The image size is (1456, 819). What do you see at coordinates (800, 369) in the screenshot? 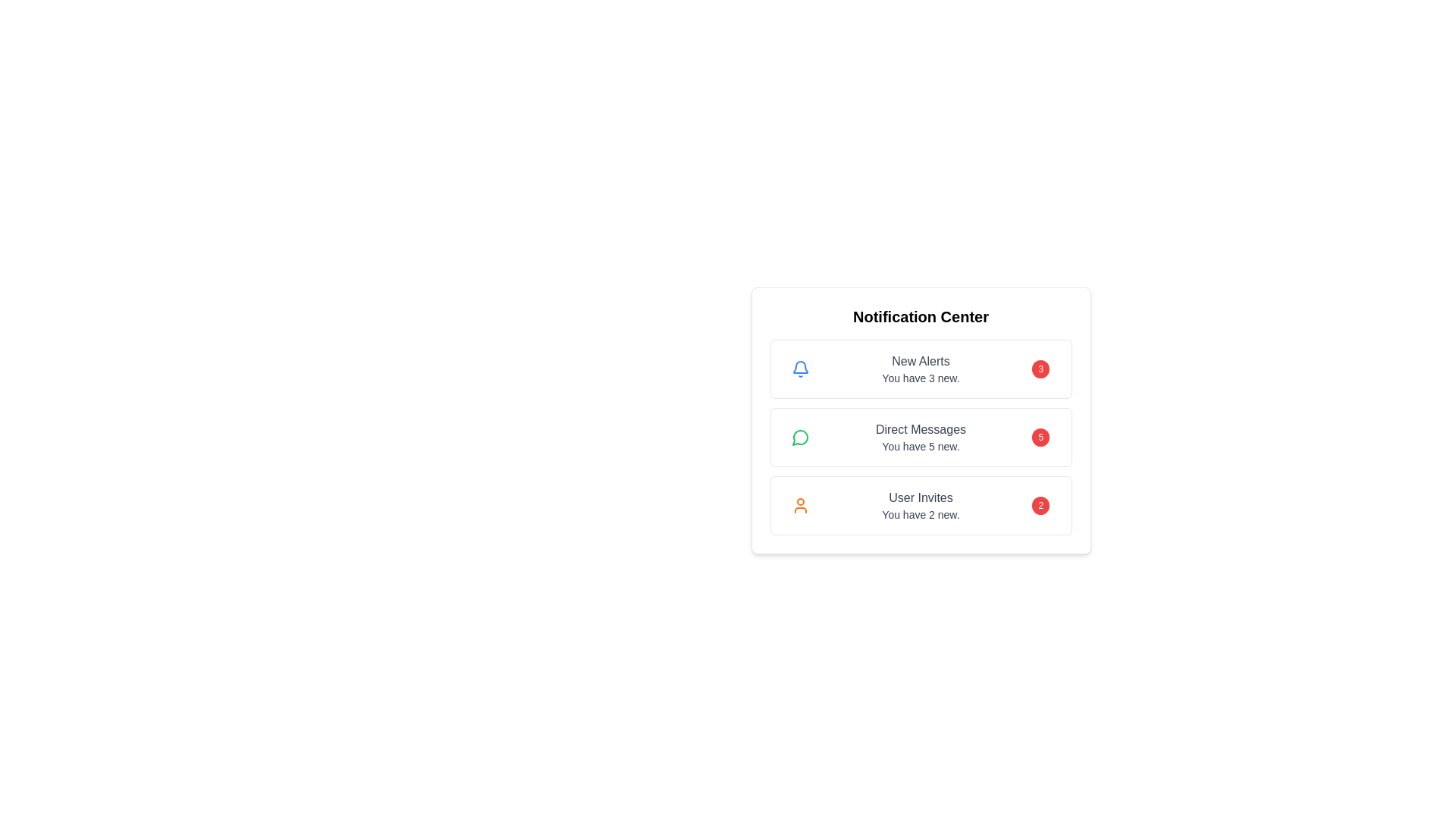
I see `the bell-shaped notification icon with a thin blue outline located in the top-left corner of the first notification entry in the 'Notification Center' module, adjacent to the 'New Alerts' text label` at bounding box center [800, 369].